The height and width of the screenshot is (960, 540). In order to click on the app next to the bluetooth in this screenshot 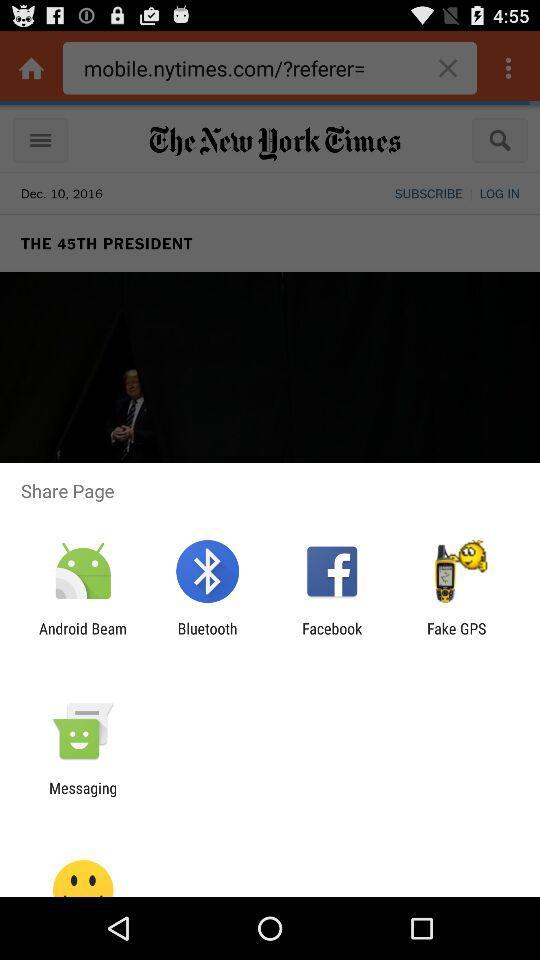, I will do `click(332, 636)`.